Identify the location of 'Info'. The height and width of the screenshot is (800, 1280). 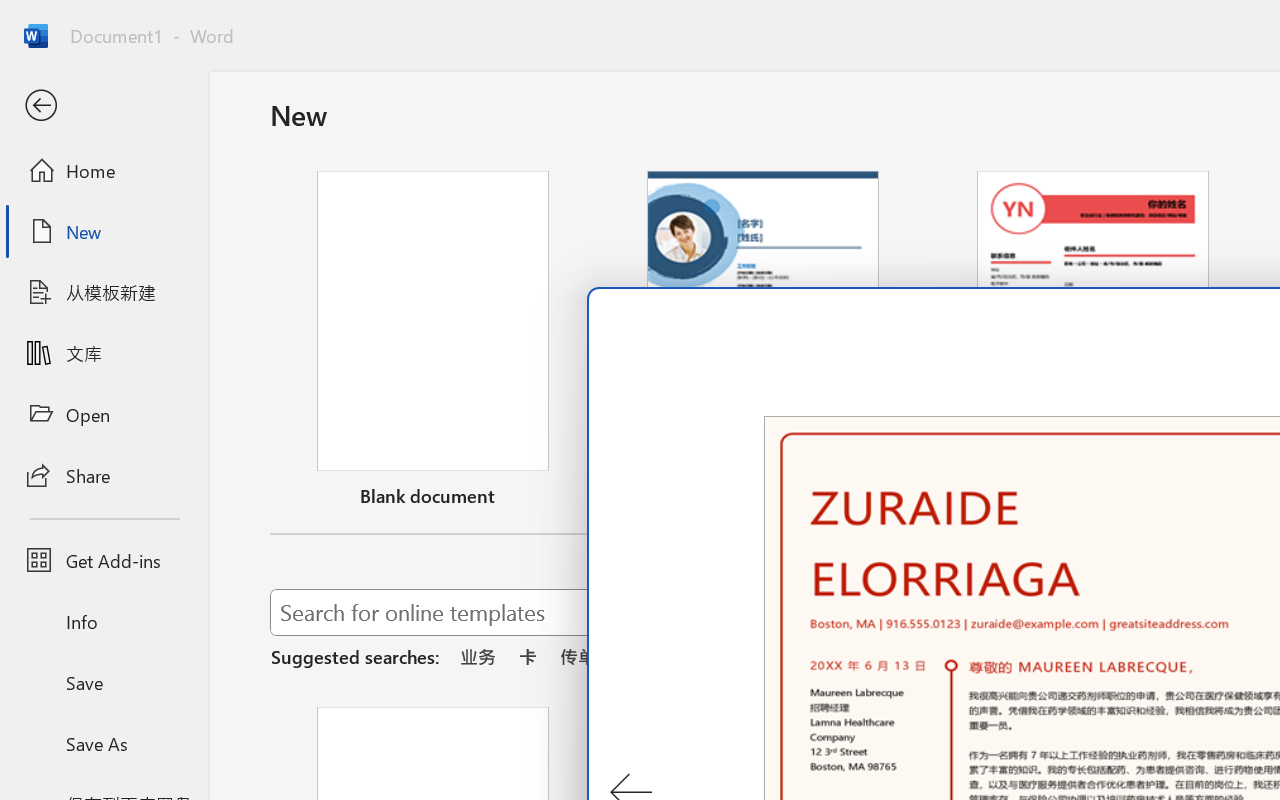
(103, 621).